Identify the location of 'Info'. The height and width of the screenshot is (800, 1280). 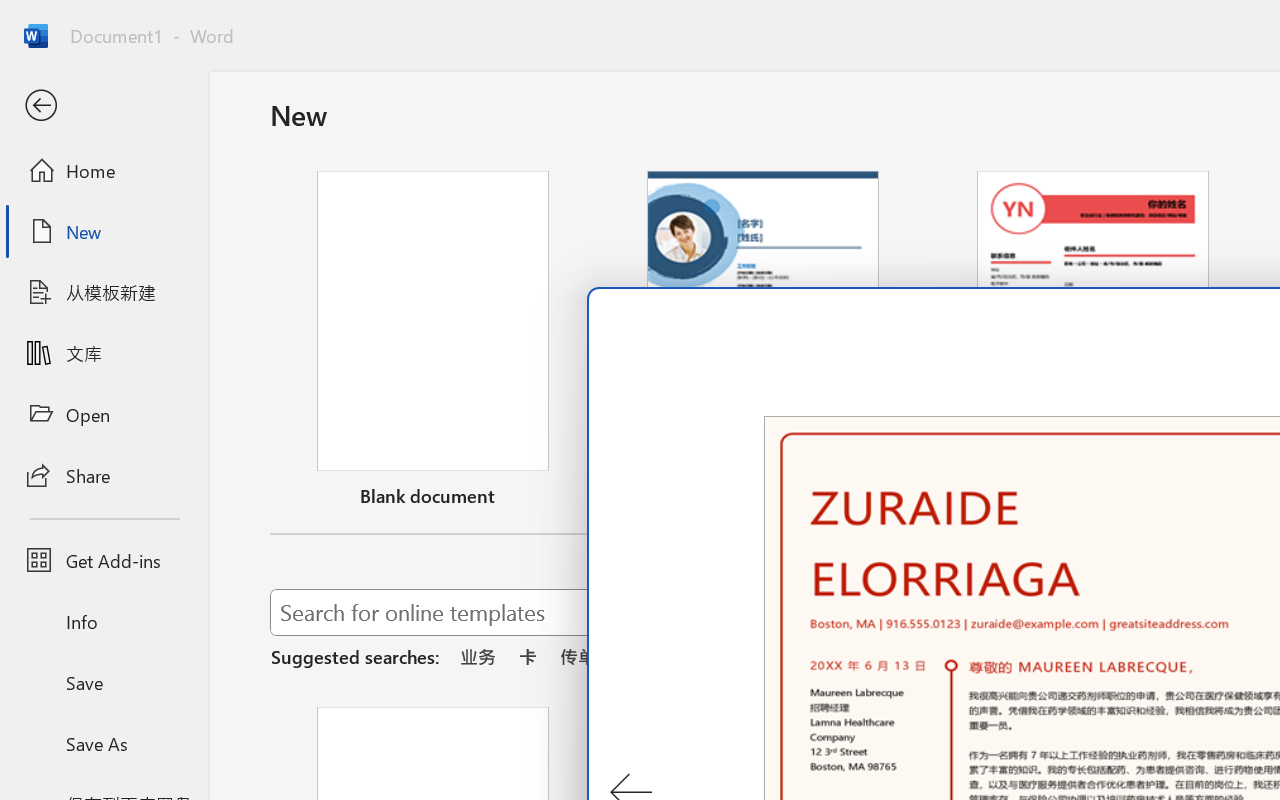
(103, 621).